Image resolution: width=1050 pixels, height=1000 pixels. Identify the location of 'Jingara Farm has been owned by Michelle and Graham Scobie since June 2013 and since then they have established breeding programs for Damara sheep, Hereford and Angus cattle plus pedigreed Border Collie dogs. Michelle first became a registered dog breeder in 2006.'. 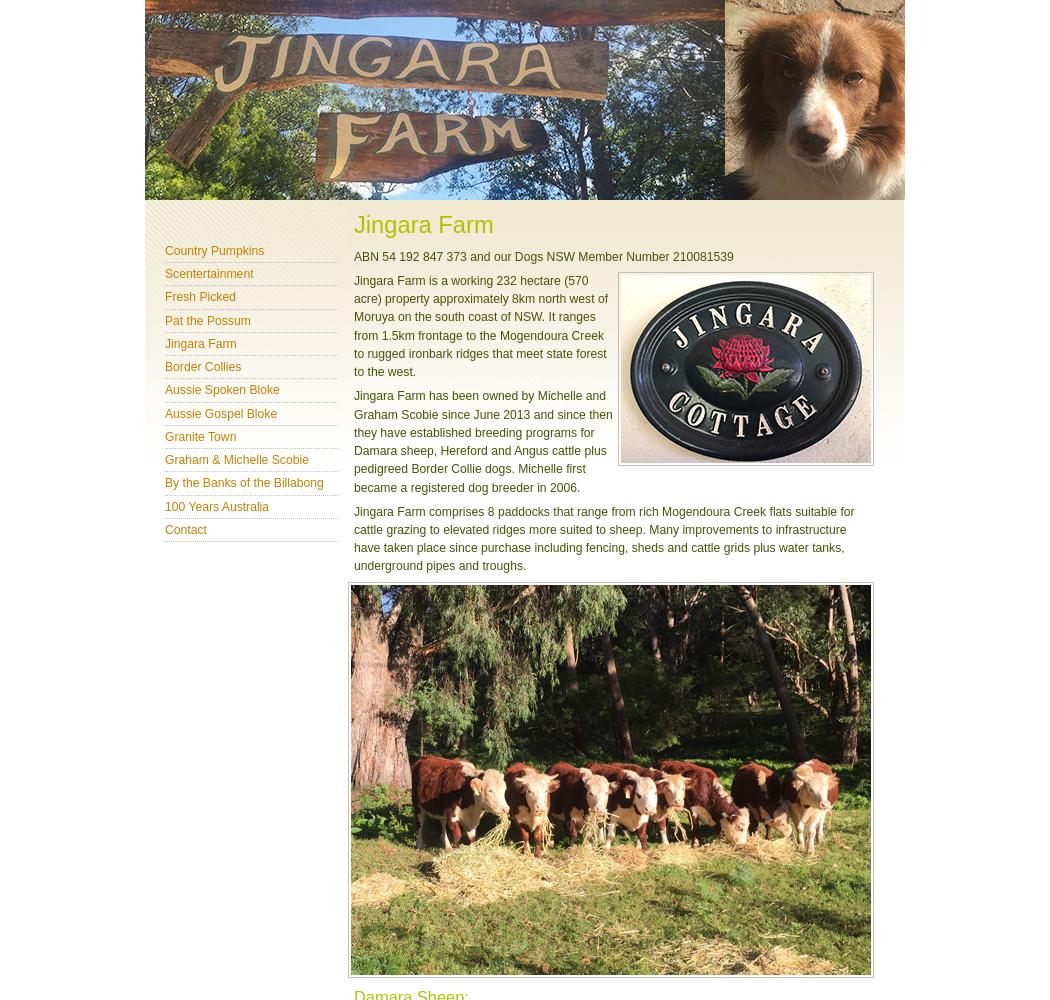
(483, 440).